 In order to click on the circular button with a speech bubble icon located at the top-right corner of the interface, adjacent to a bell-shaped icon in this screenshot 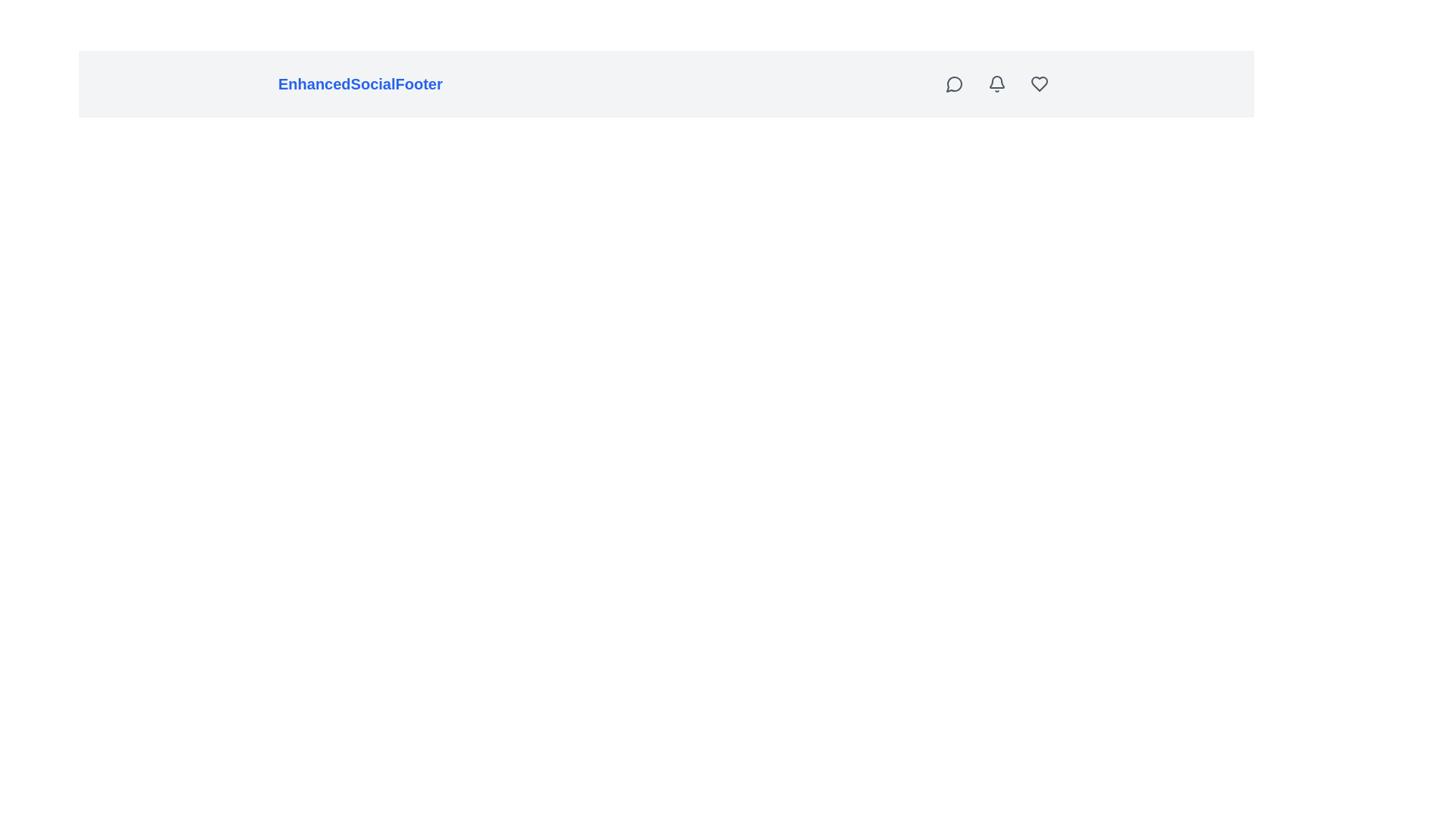, I will do `click(953, 84)`.